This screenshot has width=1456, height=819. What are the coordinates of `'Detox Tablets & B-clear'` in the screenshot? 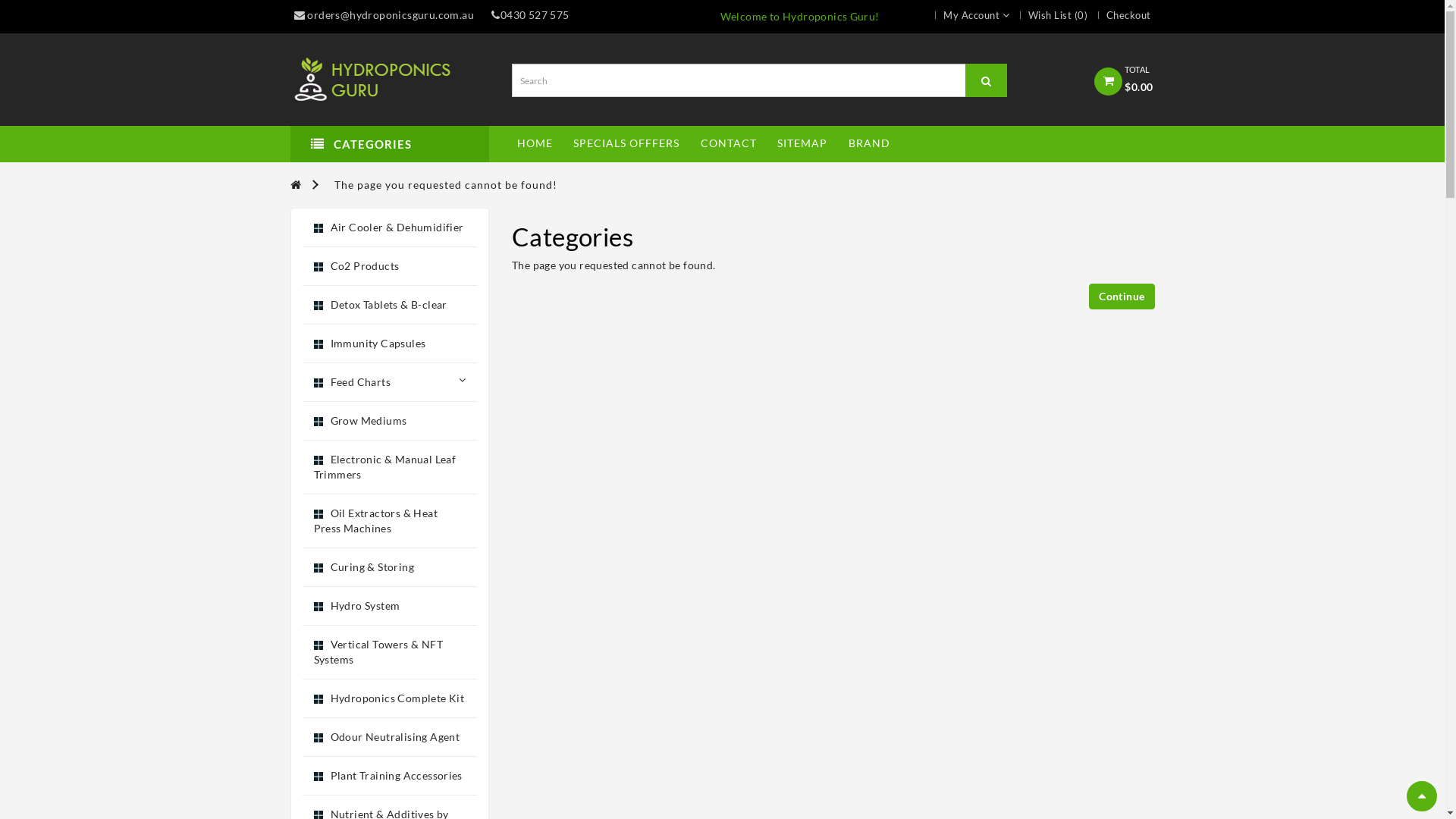 It's located at (302, 304).